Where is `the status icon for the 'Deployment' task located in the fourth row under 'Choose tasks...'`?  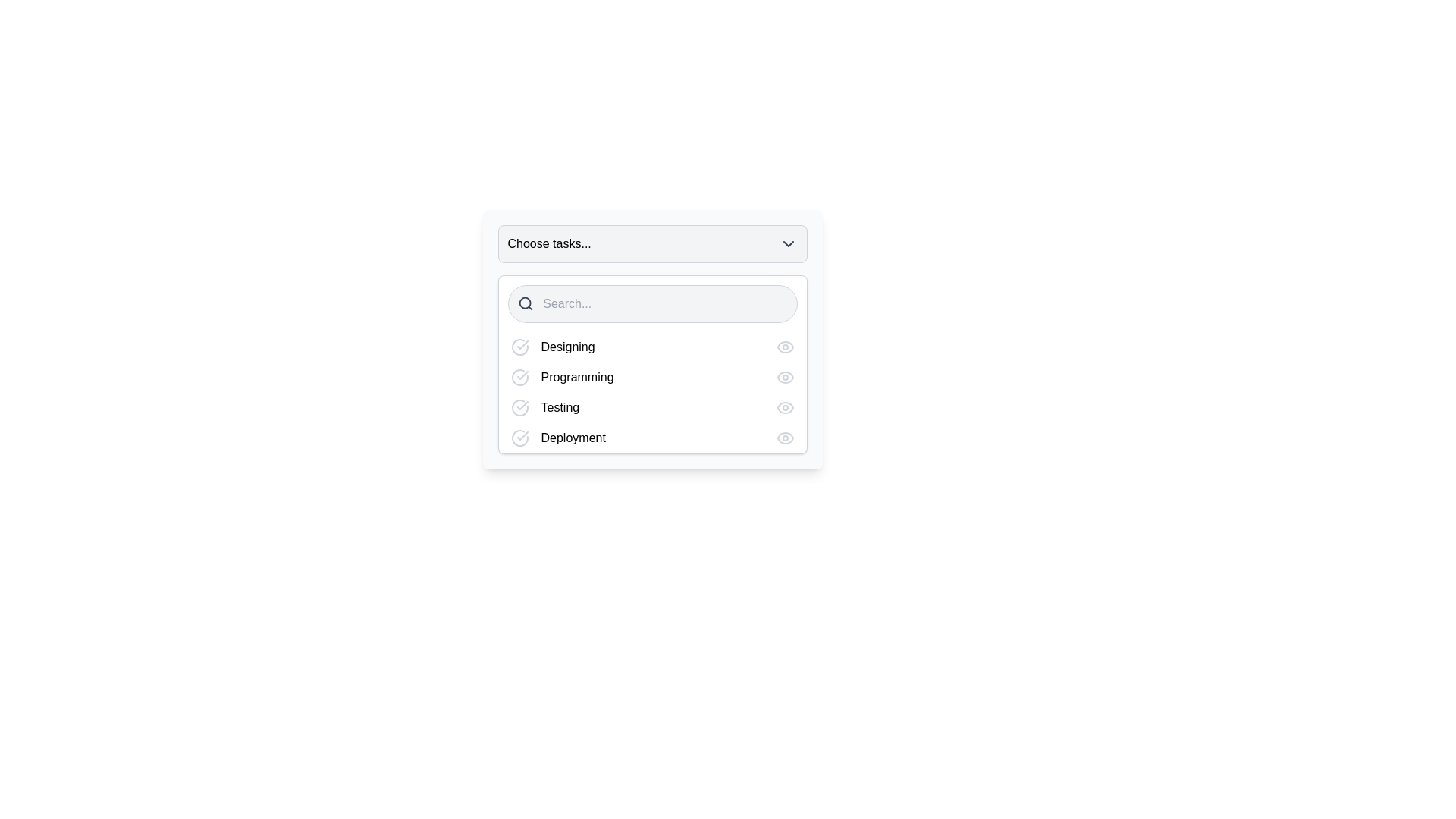 the status icon for the 'Deployment' task located in the fourth row under 'Choose tasks...' is located at coordinates (519, 438).